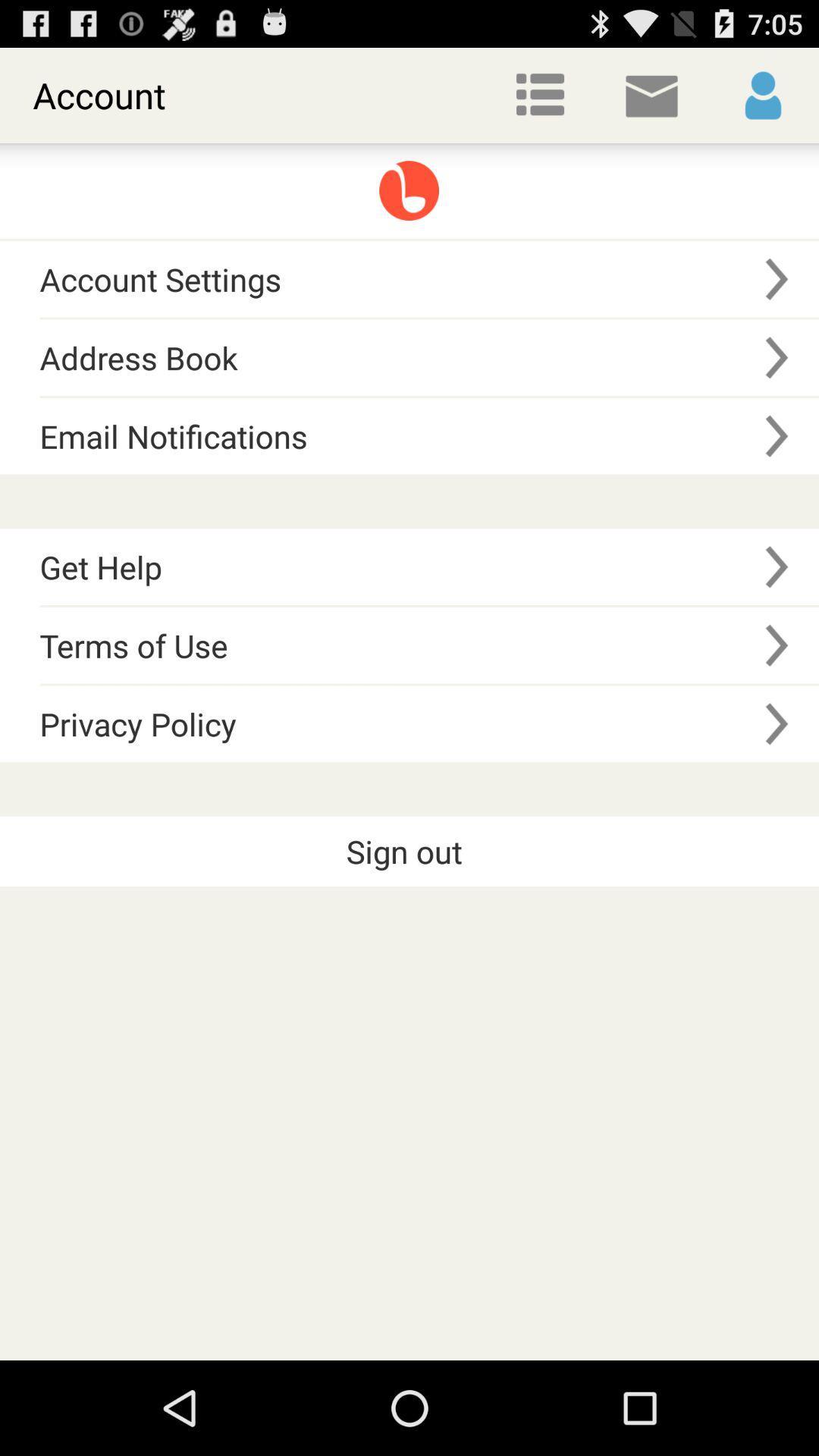 Image resolution: width=819 pixels, height=1456 pixels. I want to click on item next to the account, so click(539, 94).